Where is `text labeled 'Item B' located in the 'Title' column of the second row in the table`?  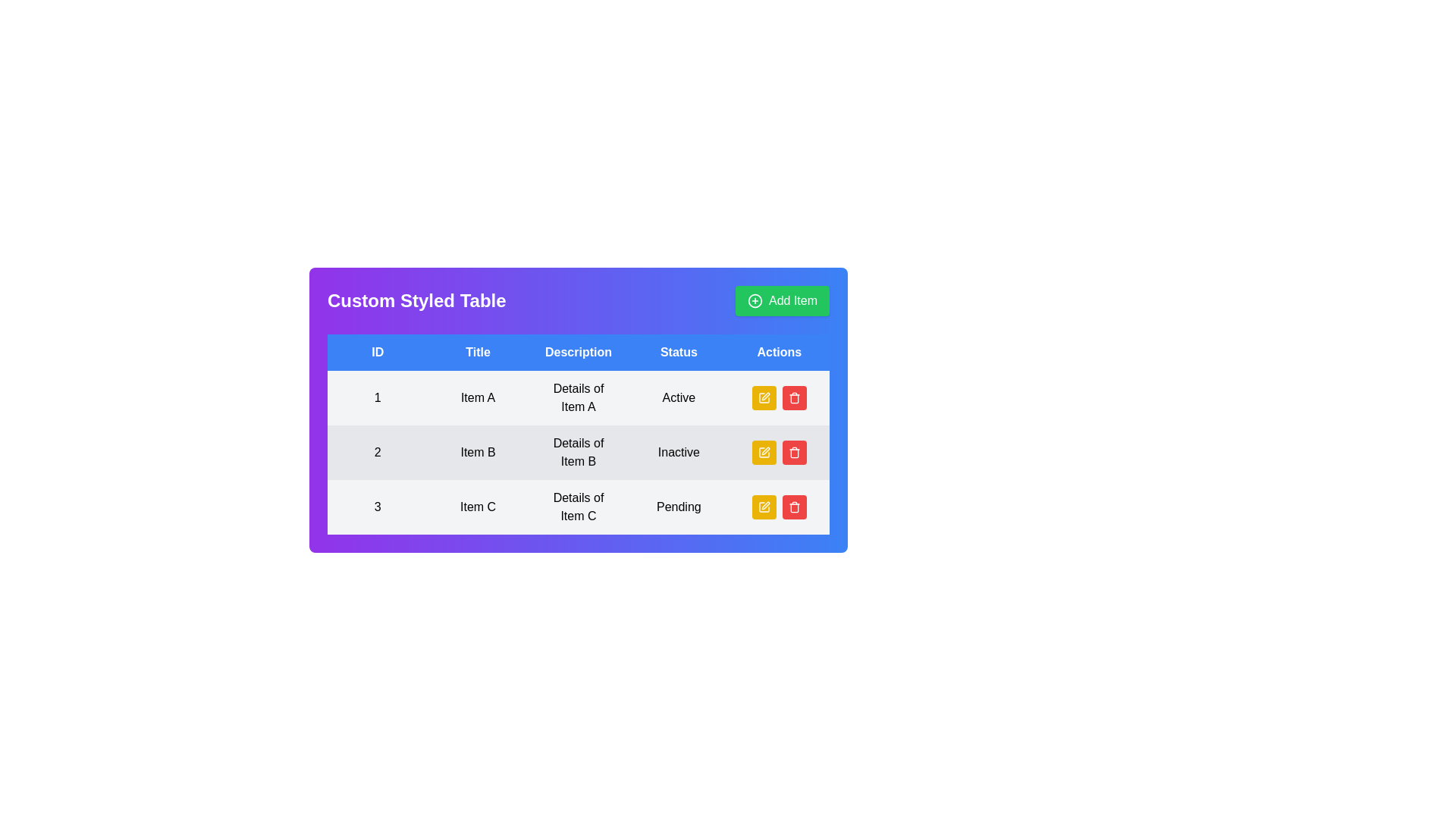
text labeled 'Item B' located in the 'Title' column of the second row in the table is located at coordinates (477, 452).